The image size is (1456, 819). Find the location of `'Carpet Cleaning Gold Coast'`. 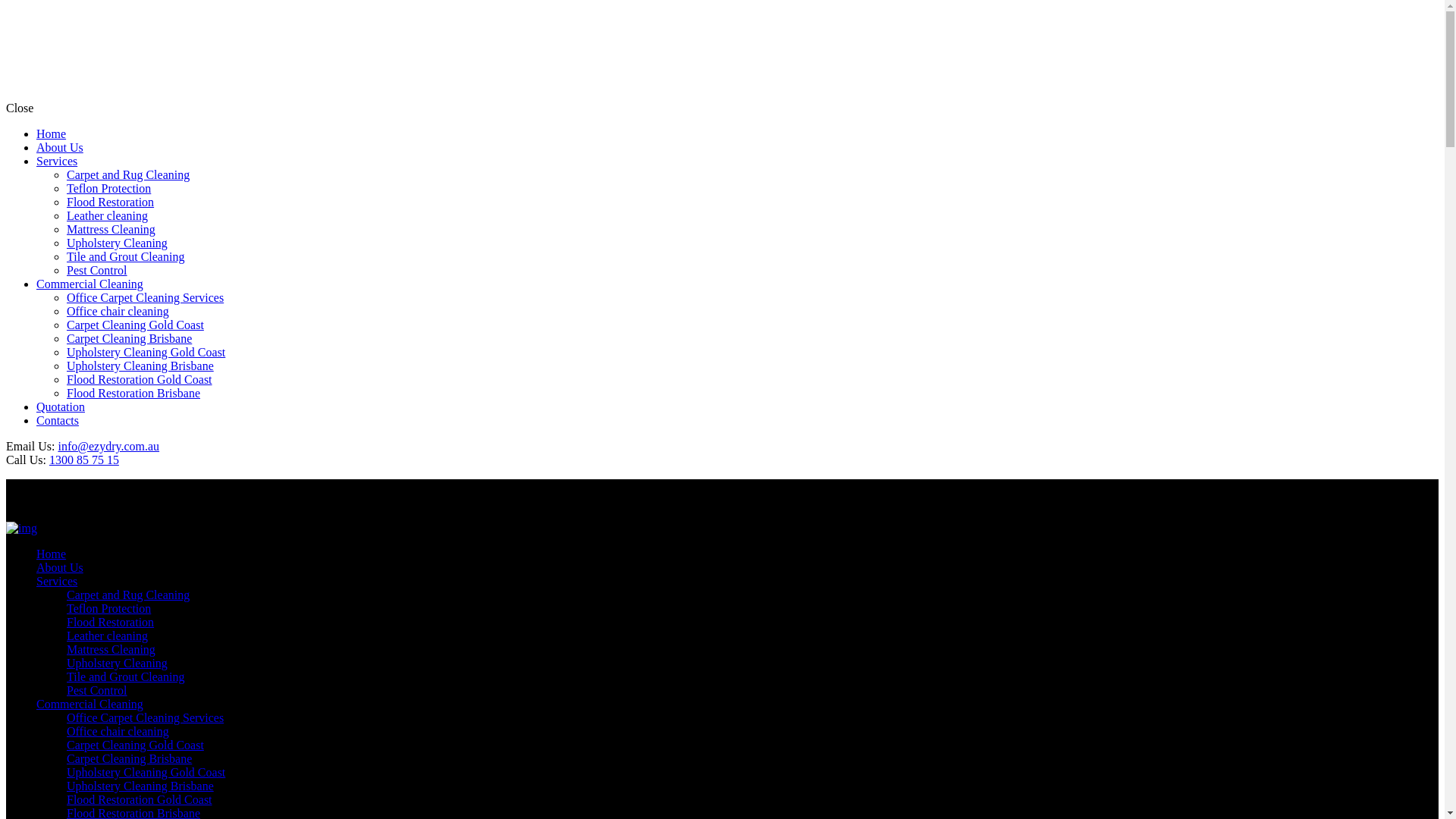

'Carpet Cleaning Gold Coast' is located at coordinates (135, 744).